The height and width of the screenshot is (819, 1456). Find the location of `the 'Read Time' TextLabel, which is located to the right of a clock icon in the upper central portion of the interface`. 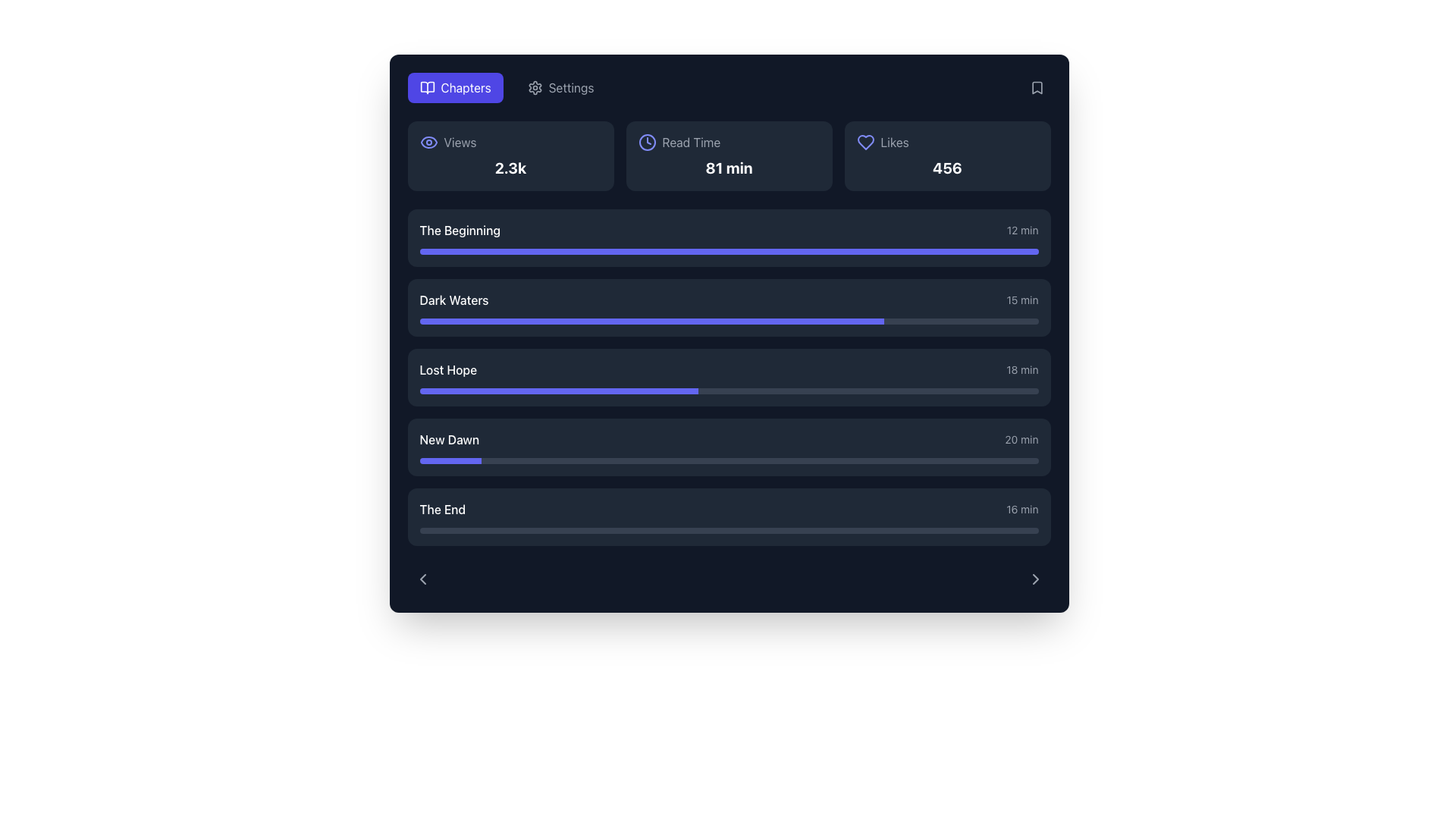

the 'Read Time' TextLabel, which is located to the right of a clock icon in the upper central portion of the interface is located at coordinates (690, 143).